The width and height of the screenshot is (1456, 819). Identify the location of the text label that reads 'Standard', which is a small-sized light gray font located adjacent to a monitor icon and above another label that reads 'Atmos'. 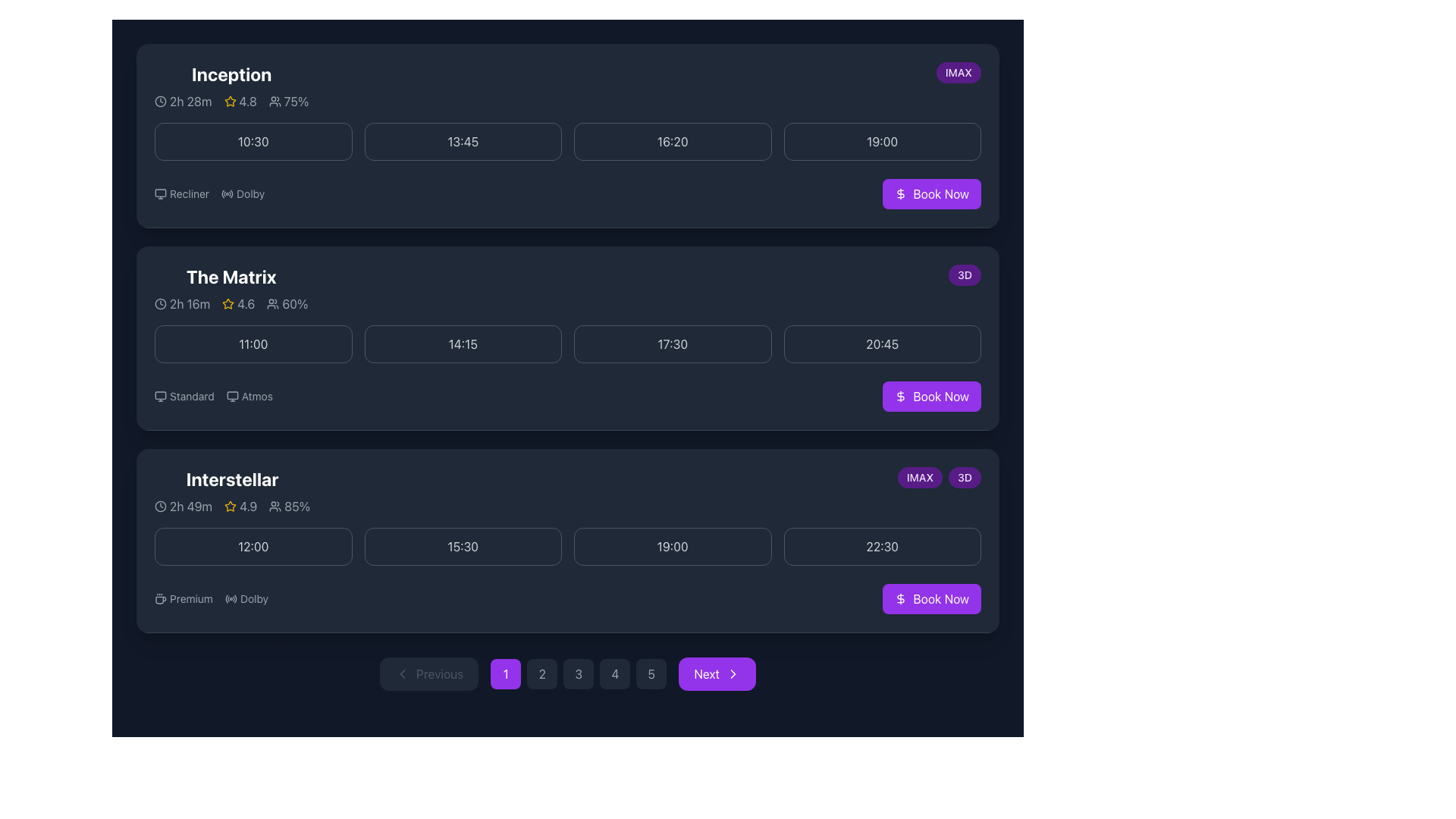
(191, 396).